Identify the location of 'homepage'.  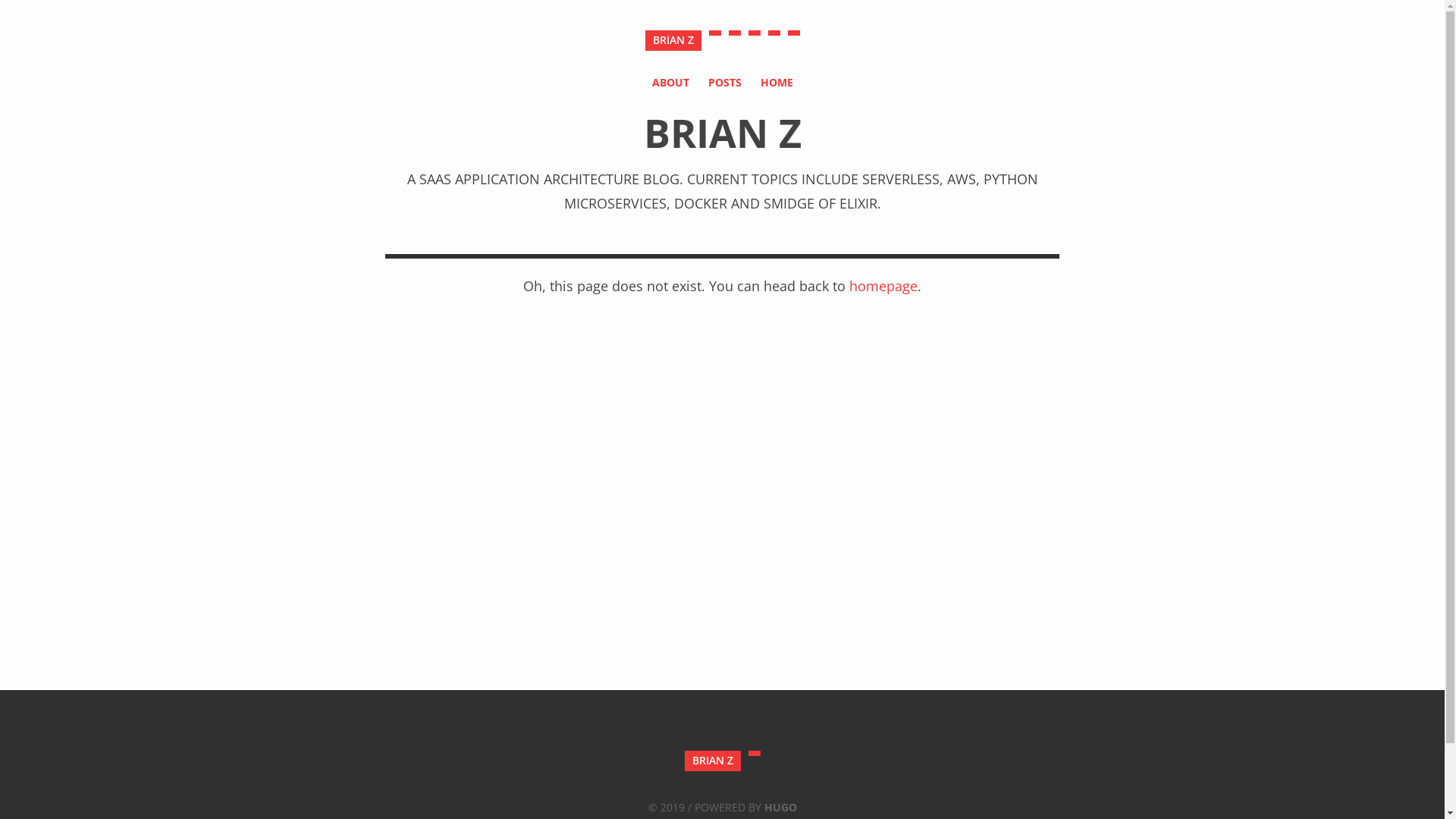
(883, 286).